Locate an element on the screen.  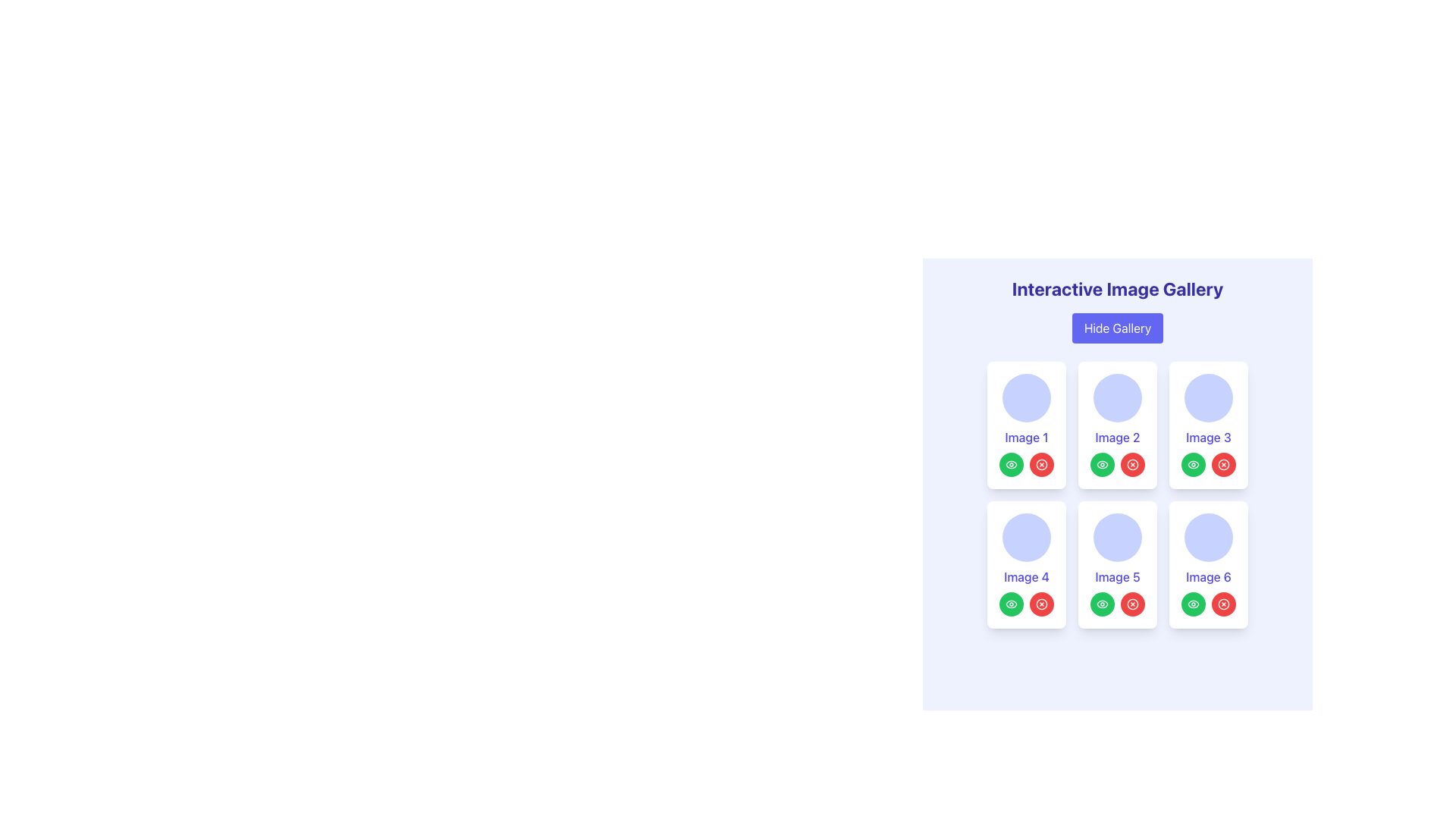
the green eye button in the two-button group for image control located beneath the 'Image 3' label is located at coordinates (1207, 464).